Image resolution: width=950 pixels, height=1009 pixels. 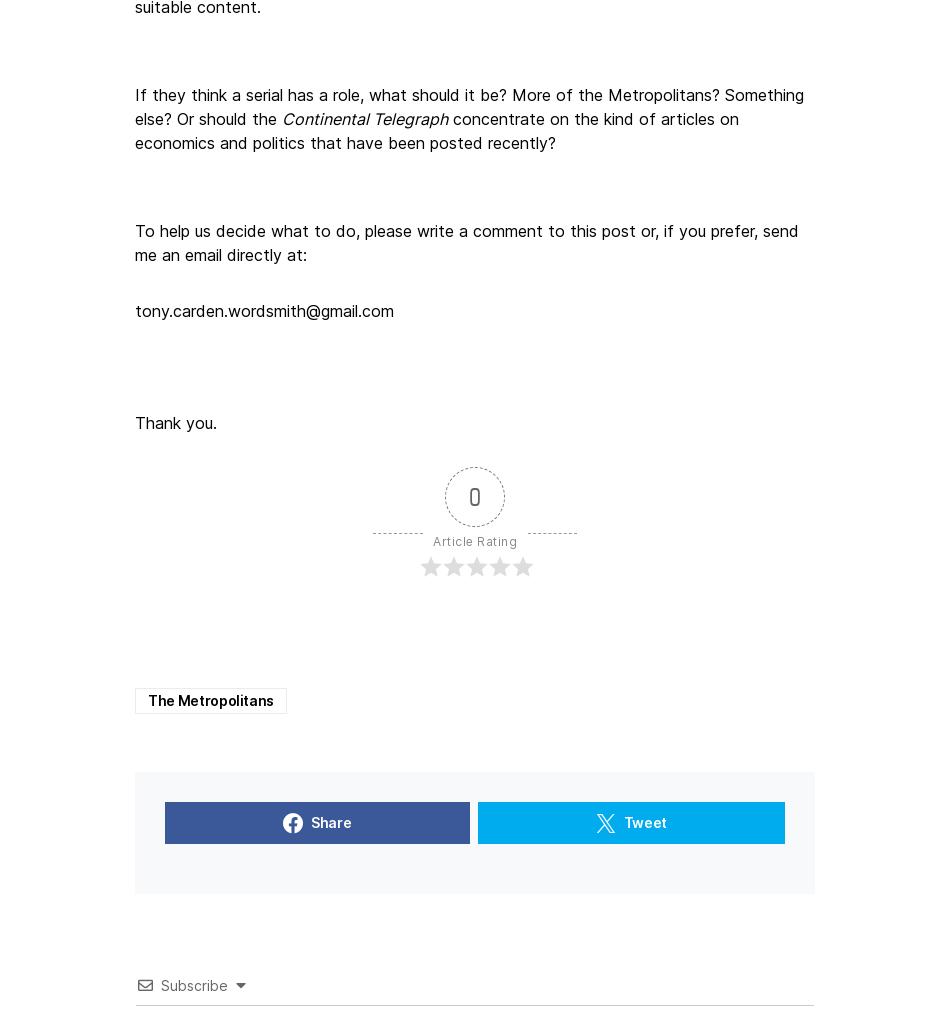 I want to click on 'Subscribe', so click(x=161, y=984).